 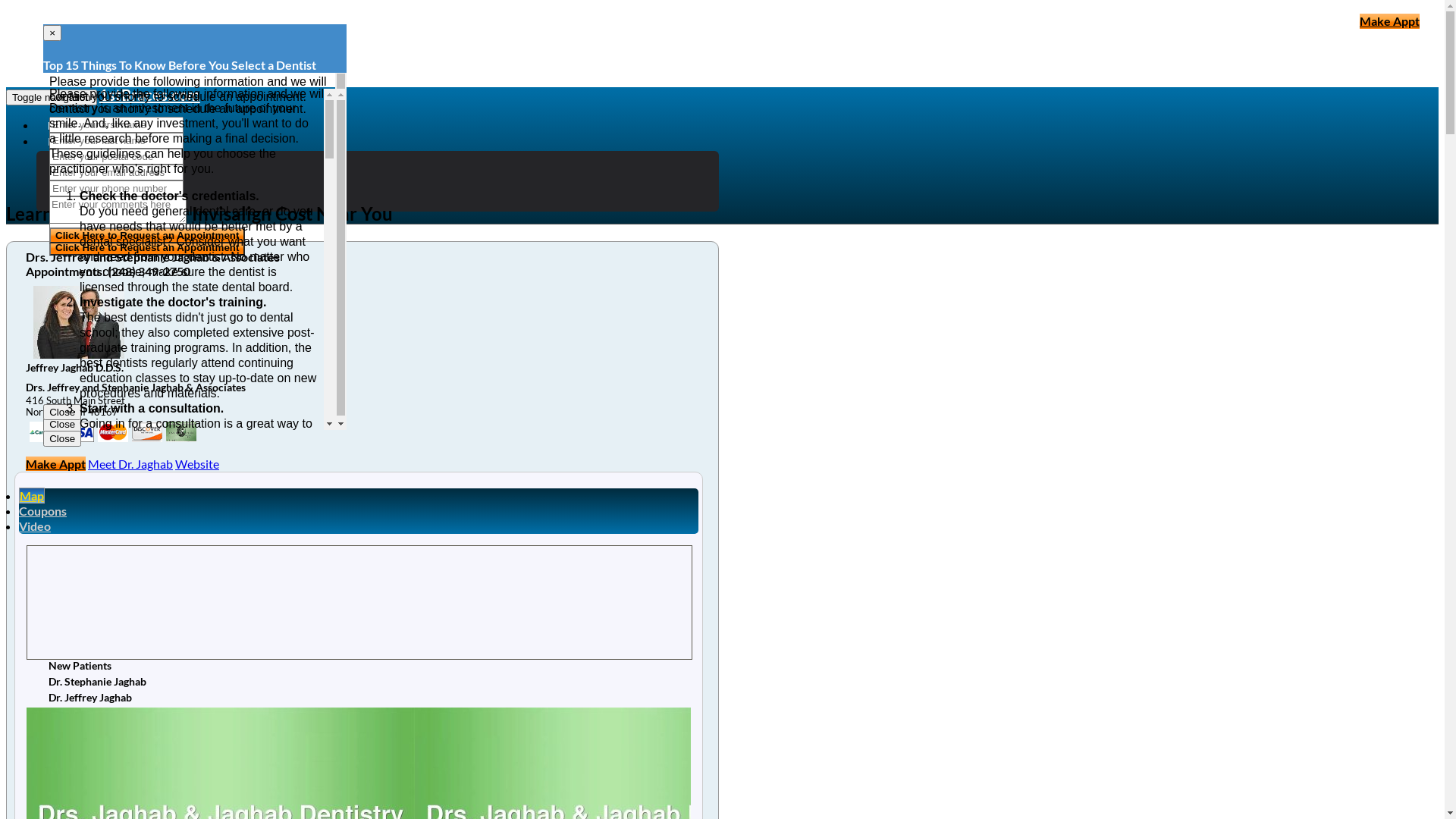 What do you see at coordinates (61, 124) in the screenshot?
I see `'Home'` at bounding box center [61, 124].